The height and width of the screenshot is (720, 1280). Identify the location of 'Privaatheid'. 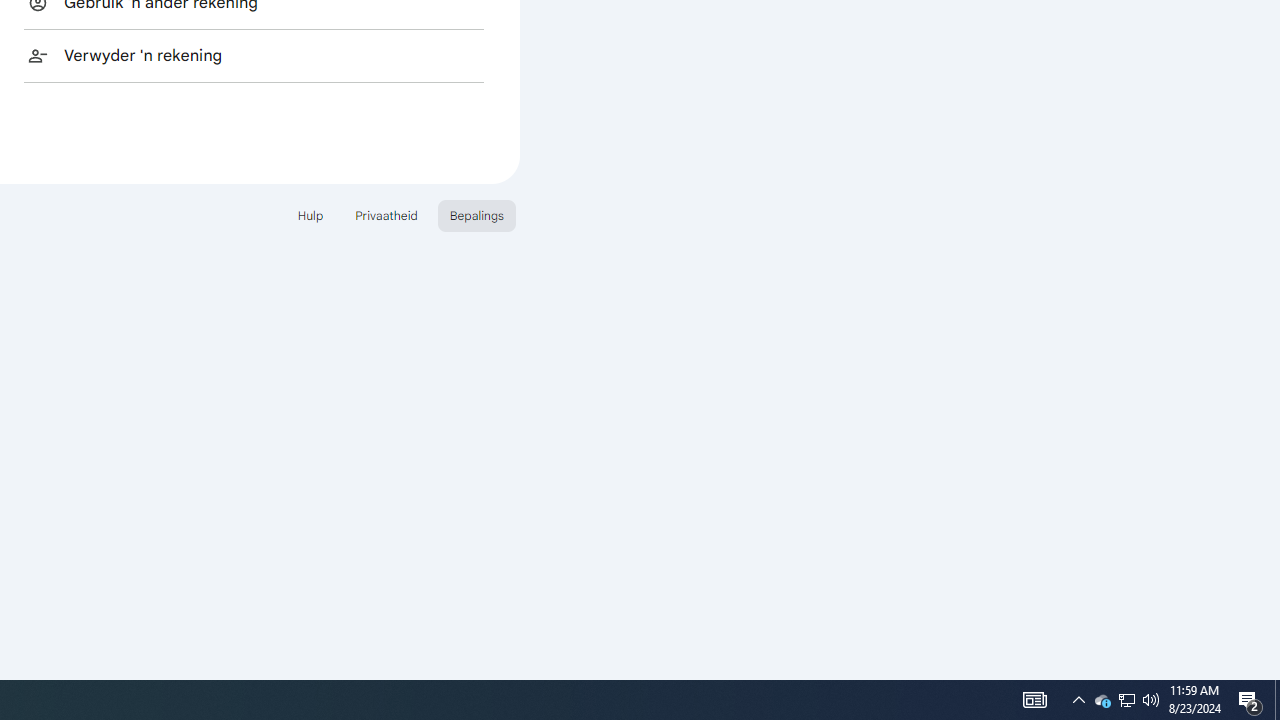
(386, 215).